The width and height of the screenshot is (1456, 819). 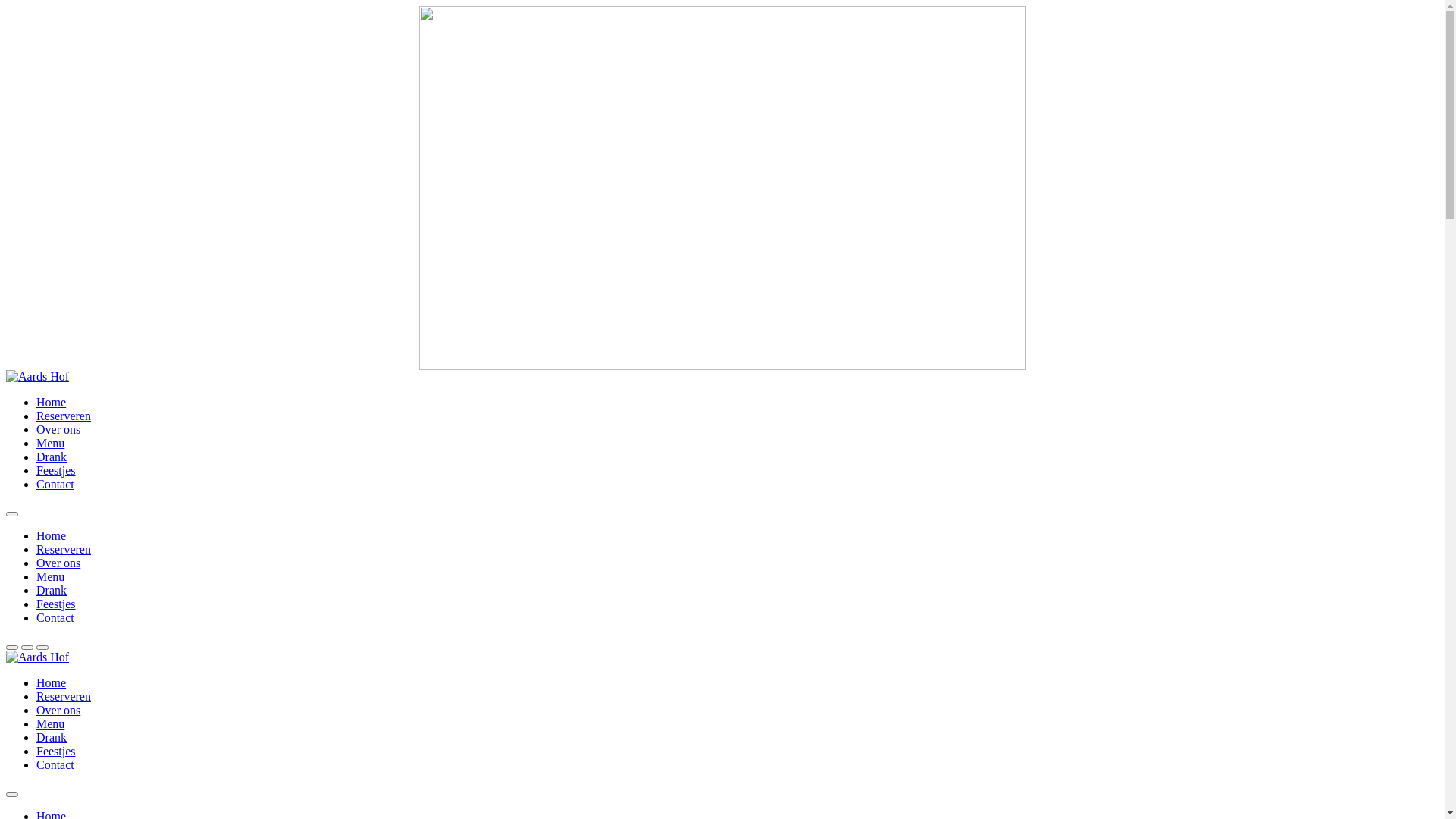 I want to click on 'Home', so click(x=51, y=535).